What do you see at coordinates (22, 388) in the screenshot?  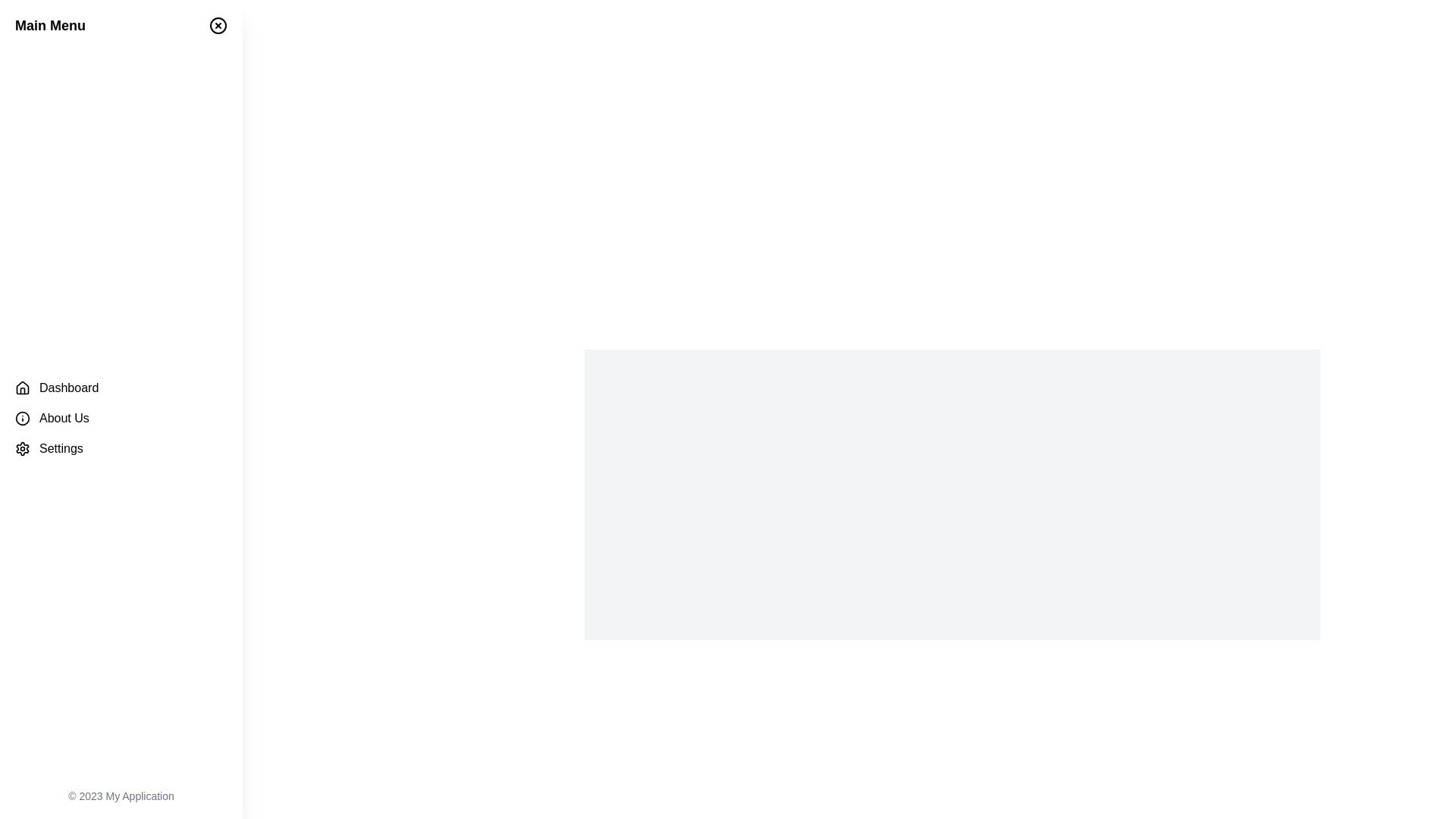 I see `the small house-shaped icon next to the text 'Dashboard' in the sidebar` at bounding box center [22, 388].